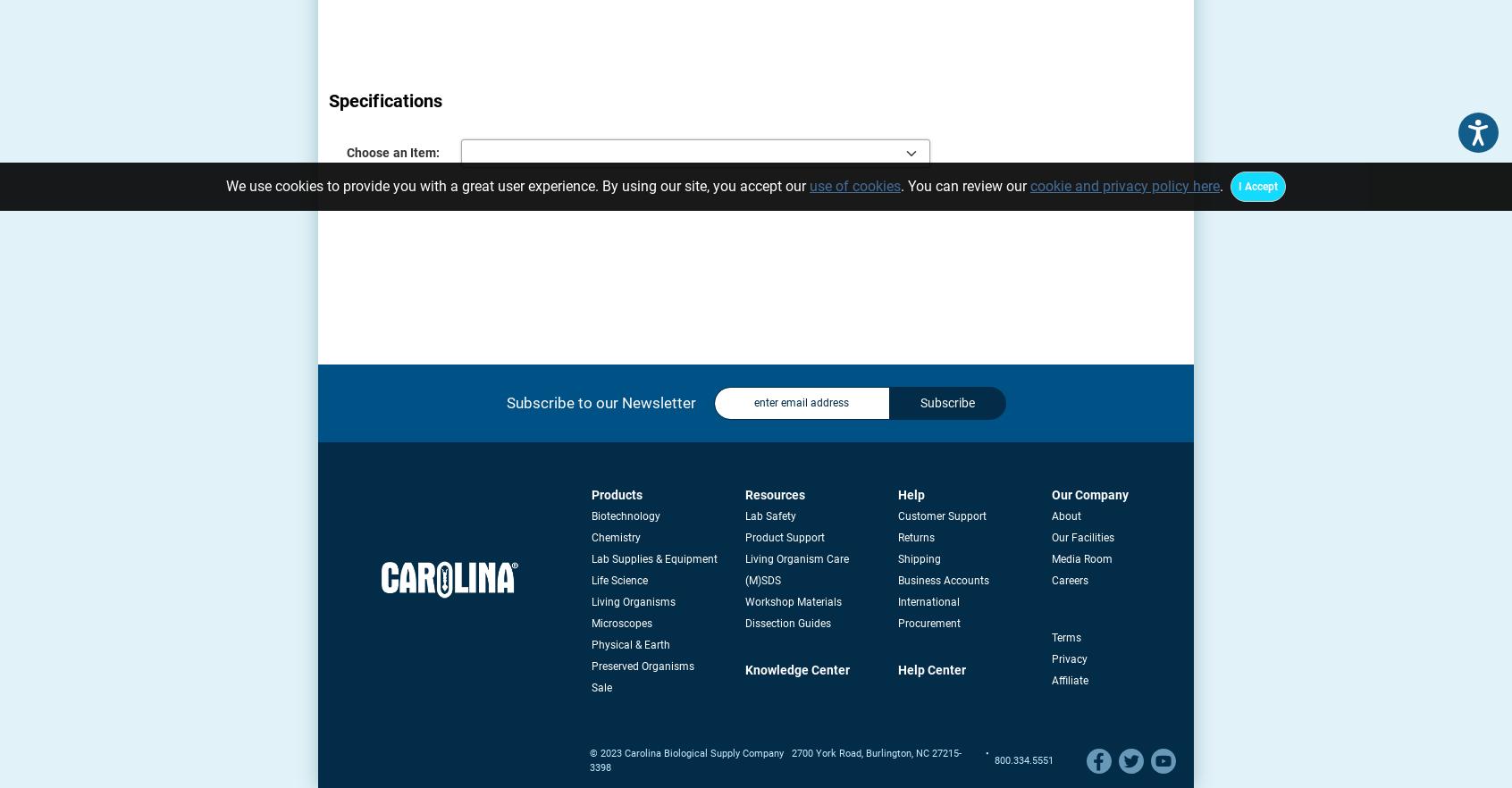  Describe the element at coordinates (915, 536) in the screenshot. I see `'Returns'` at that location.